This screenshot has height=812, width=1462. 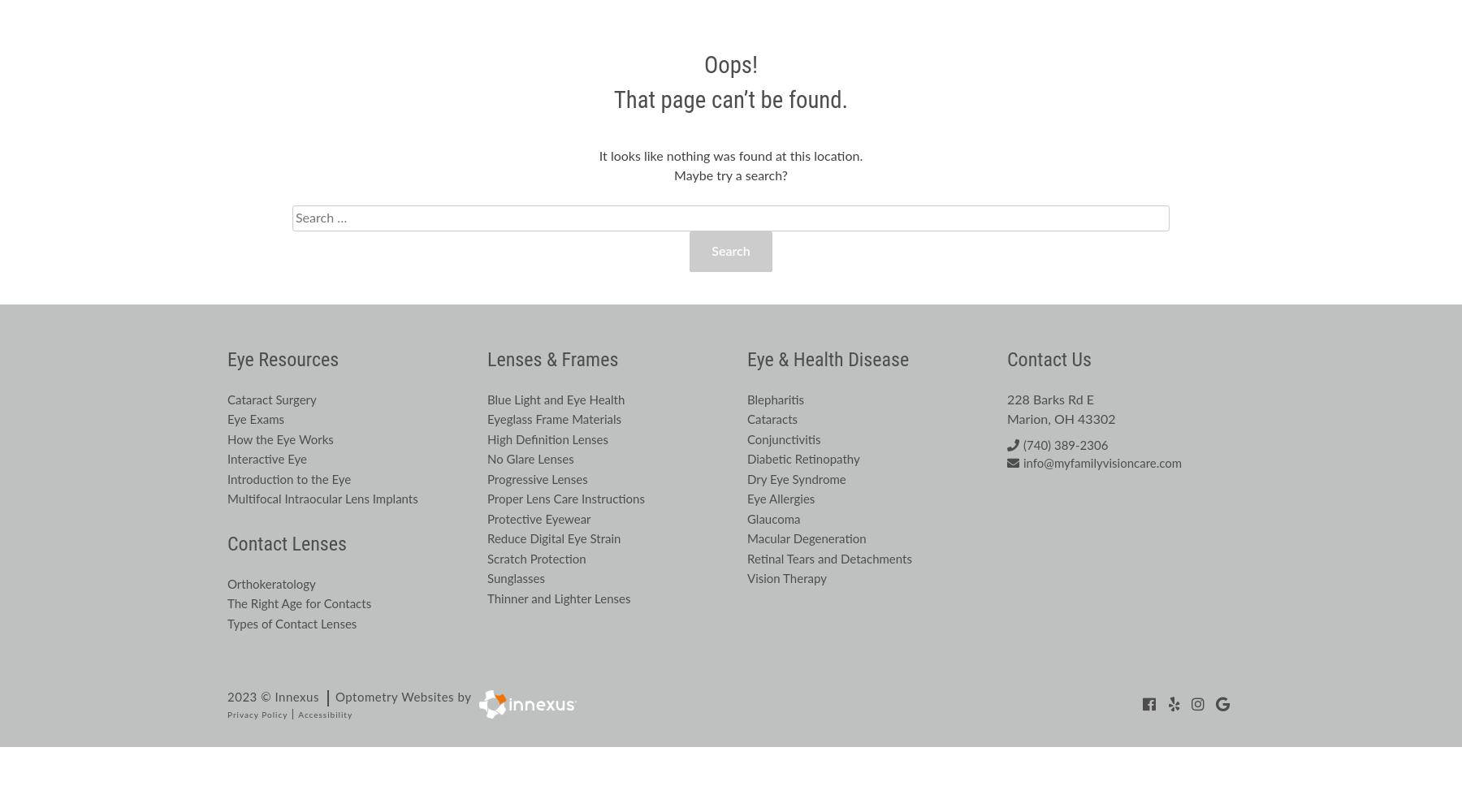 I want to click on 'info@myfamilyvisioncare.com', so click(x=1023, y=463).